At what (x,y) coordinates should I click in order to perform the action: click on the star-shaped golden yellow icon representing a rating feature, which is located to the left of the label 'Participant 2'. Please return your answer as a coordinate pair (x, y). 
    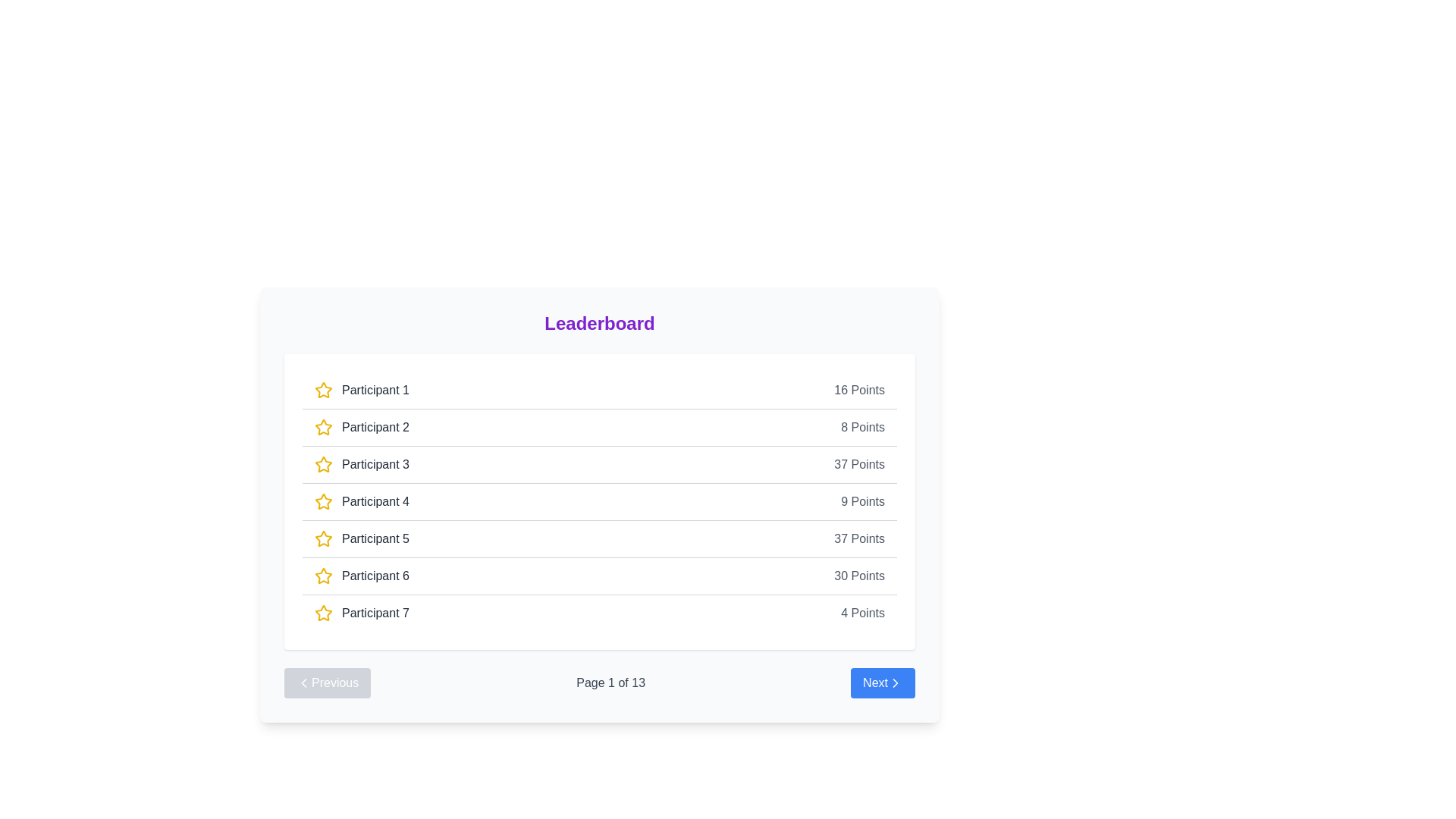
    Looking at the image, I should click on (323, 427).